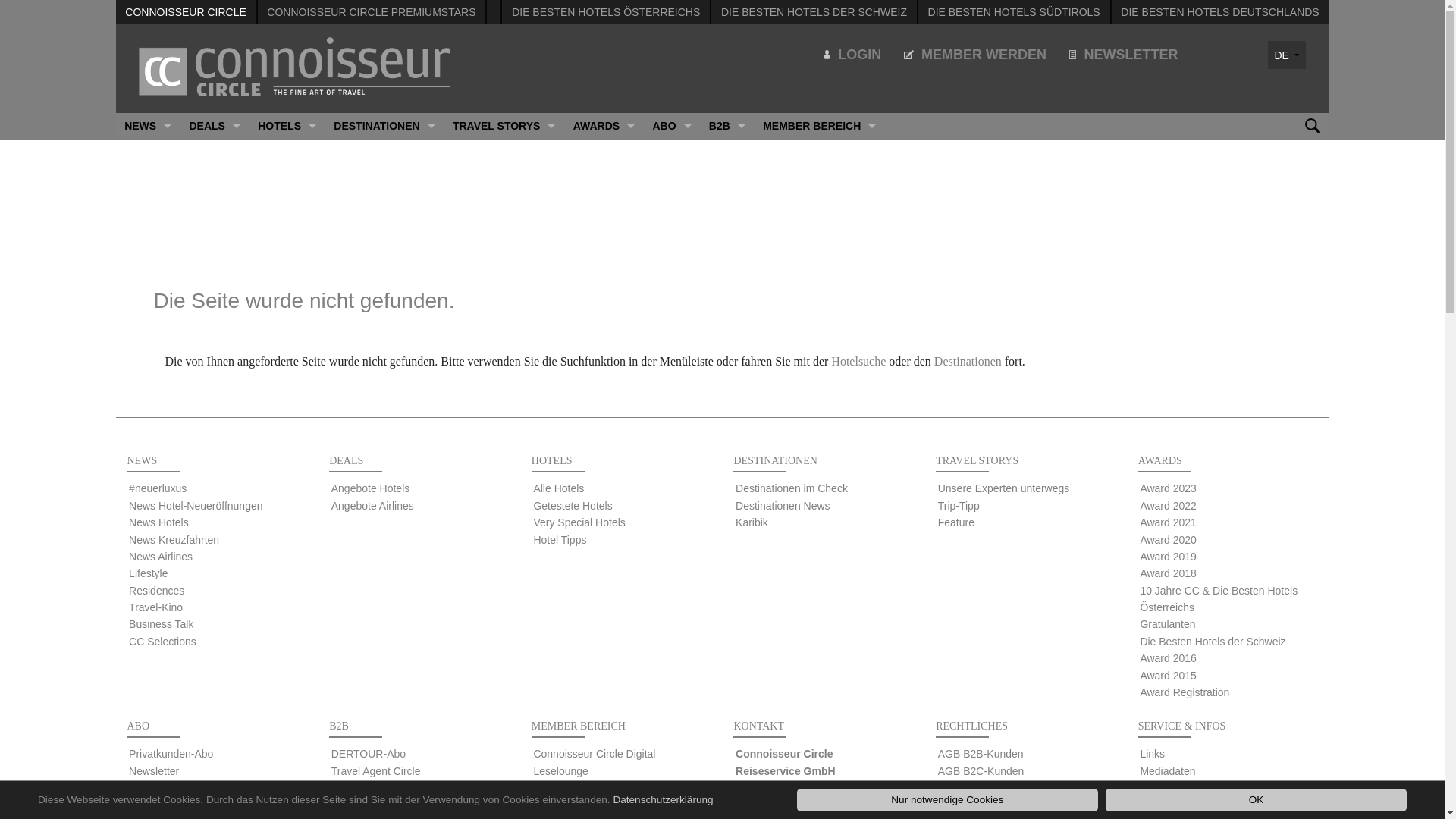 This screenshot has height=819, width=1456. What do you see at coordinates (1139, 522) in the screenshot?
I see `'Award 2021'` at bounding box center [1139, 522].